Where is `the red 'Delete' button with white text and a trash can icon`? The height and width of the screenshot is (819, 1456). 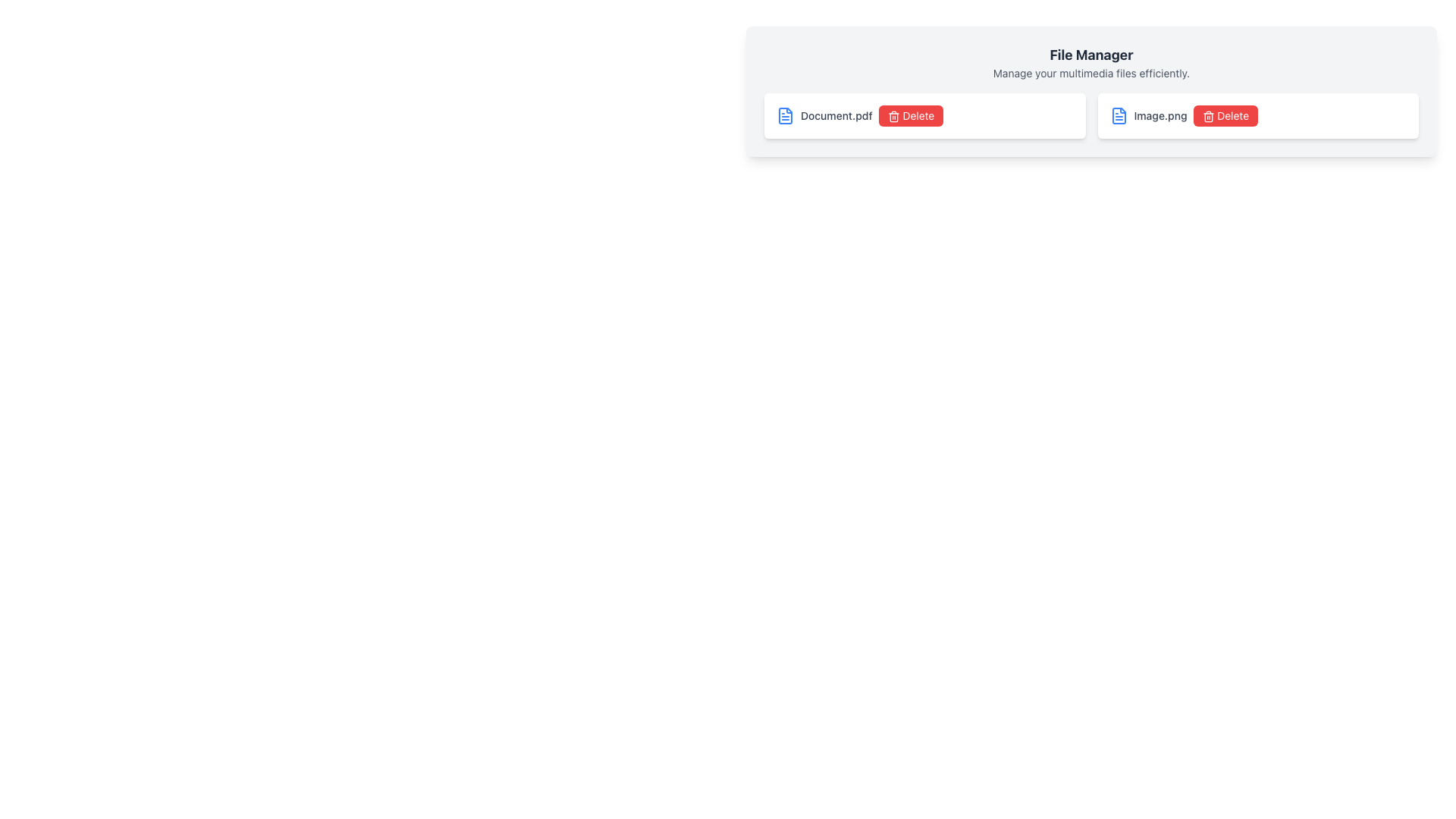 the red 'Delete' button with white text and a trash can icon is located at coordinates (1225, 115).